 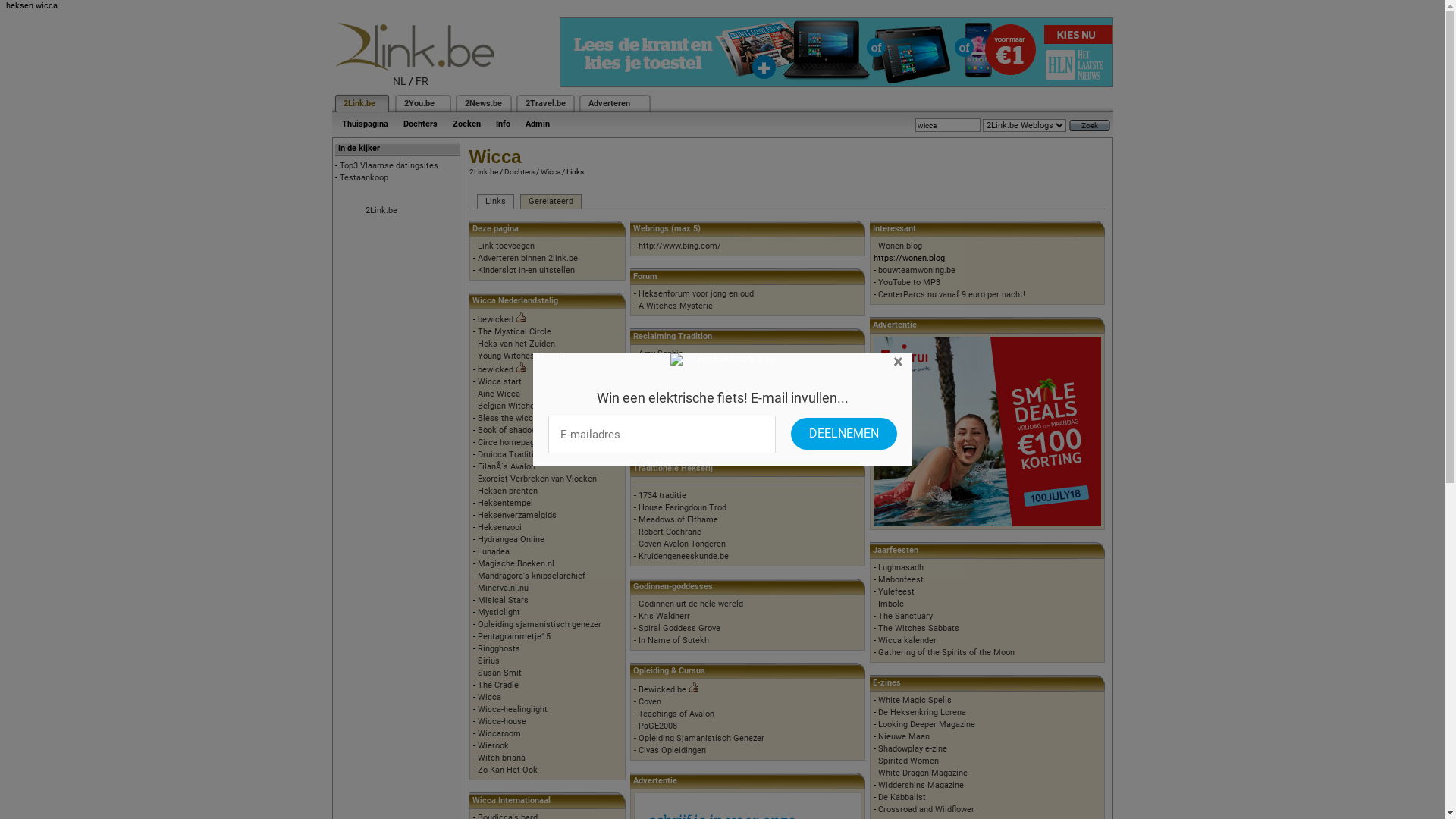 I want to click on 'The Cradle', so click(x=498, y=685).